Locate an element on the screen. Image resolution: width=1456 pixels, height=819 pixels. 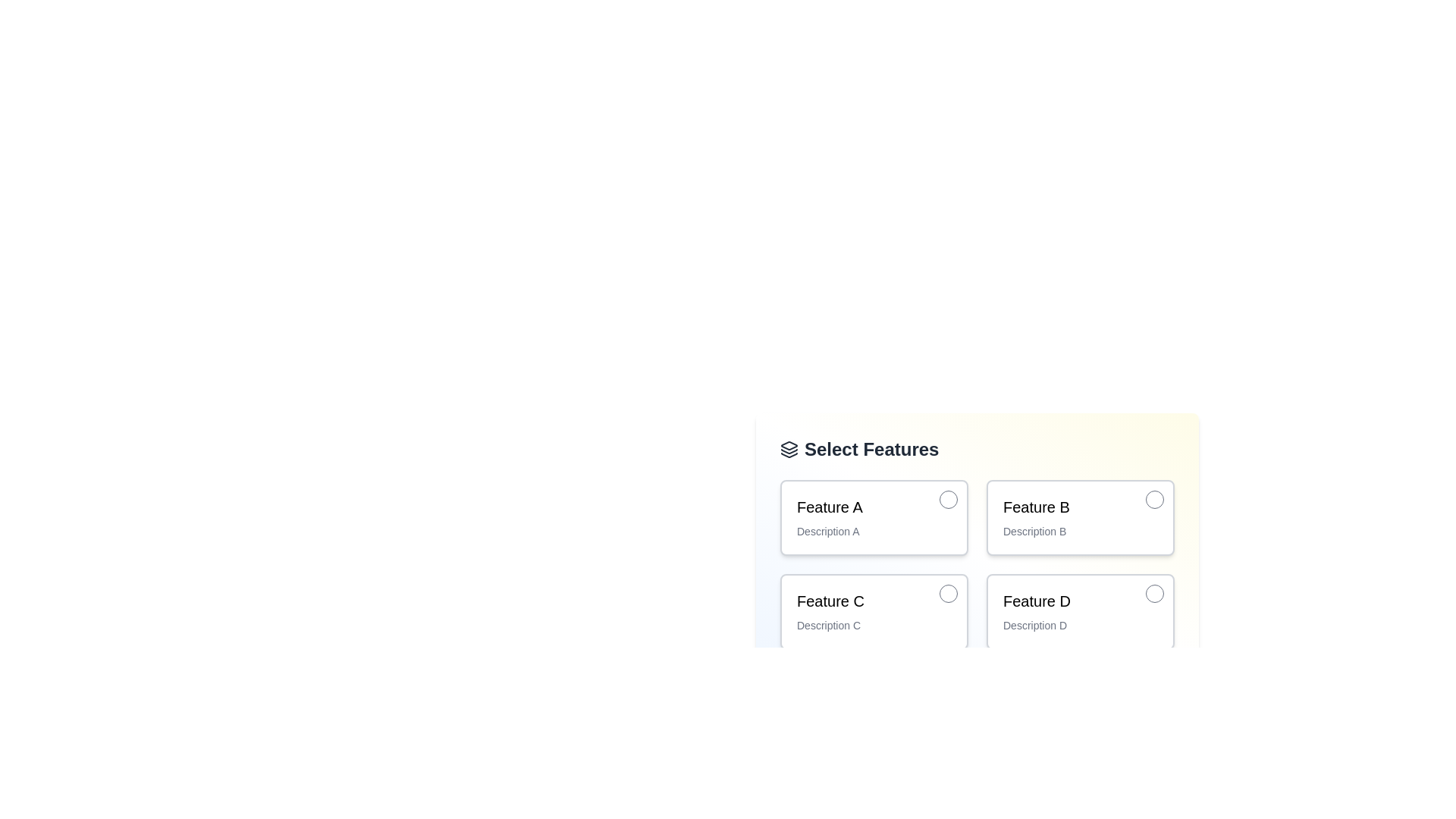
the small circular button with a white background located in the upper-right corner of the card labeled 'Feature D' for visual feedback is located at coordinates (1153, 593).